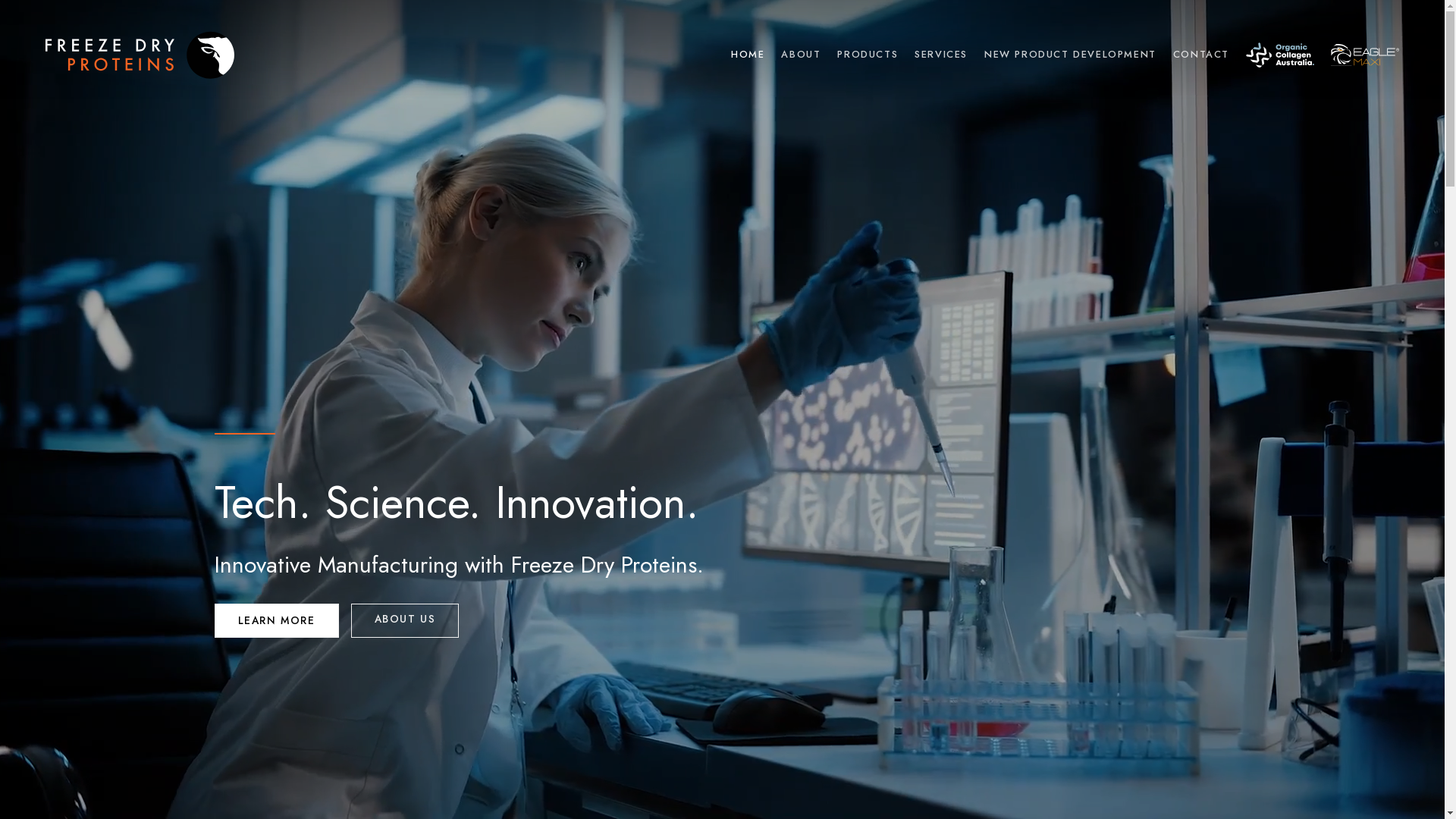  What do you see at coordinates (940, 54) in the screenshot?
I see `'SERVICES'` at bounding box center [940, 54].